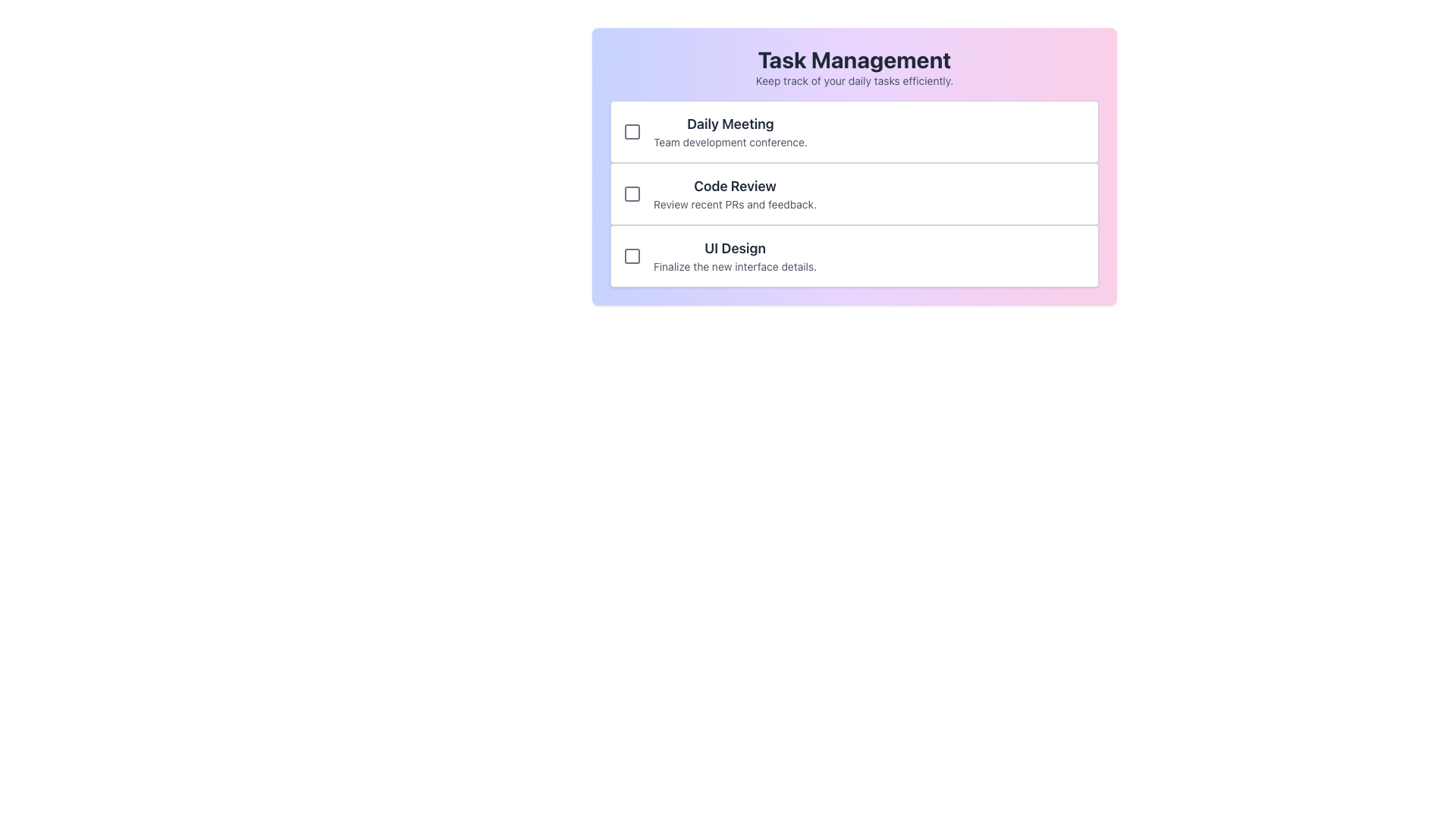 The height and width of the screenshot is (819, 1456). Describe the element at coordinates (730, 124) in the screenshot. I see `the text label 'Daily Meeting', which serves as the title for the task` at that location.